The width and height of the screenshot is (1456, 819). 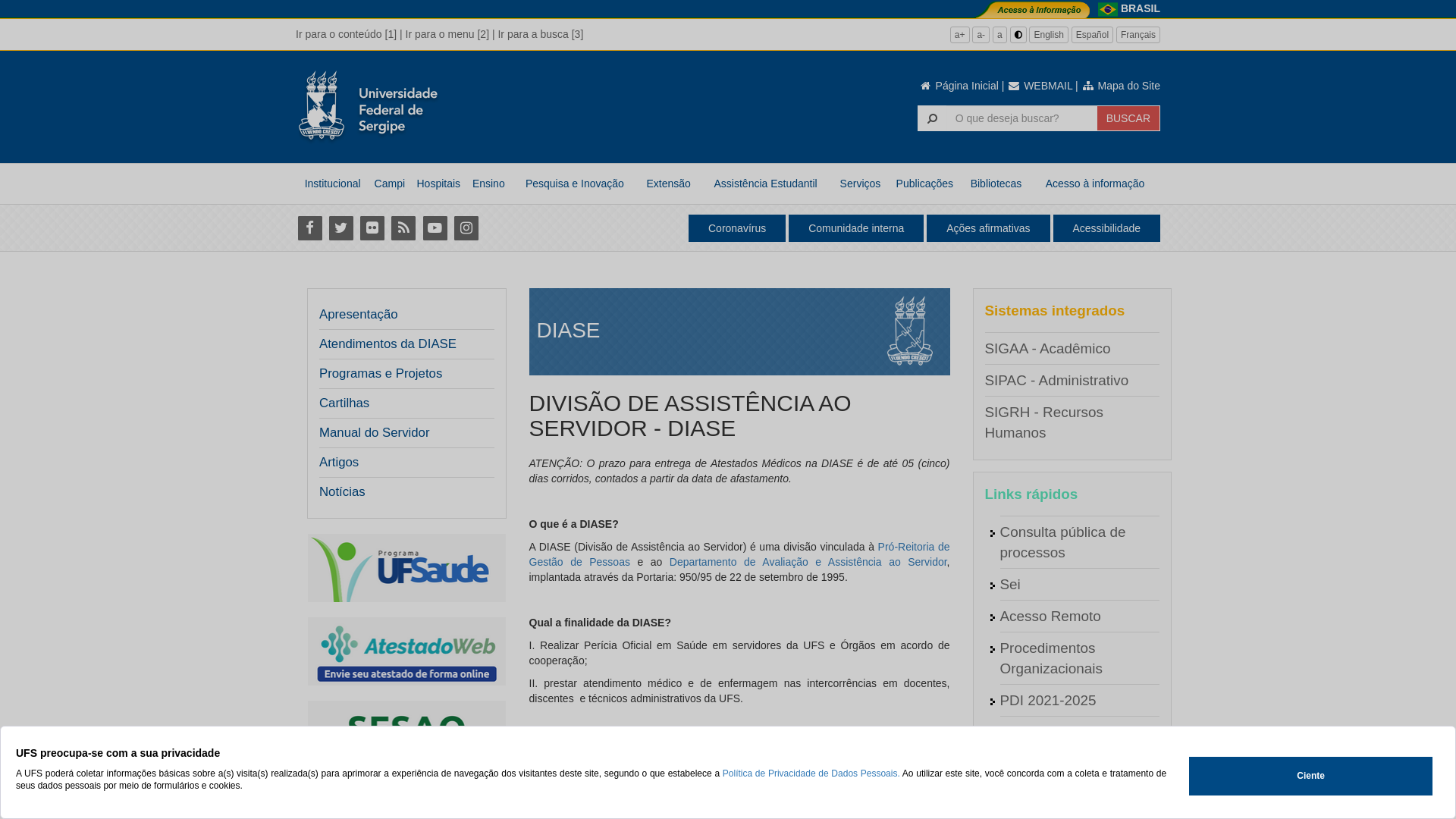 I want to click on 'Twitter', so click(x=340, y=227).